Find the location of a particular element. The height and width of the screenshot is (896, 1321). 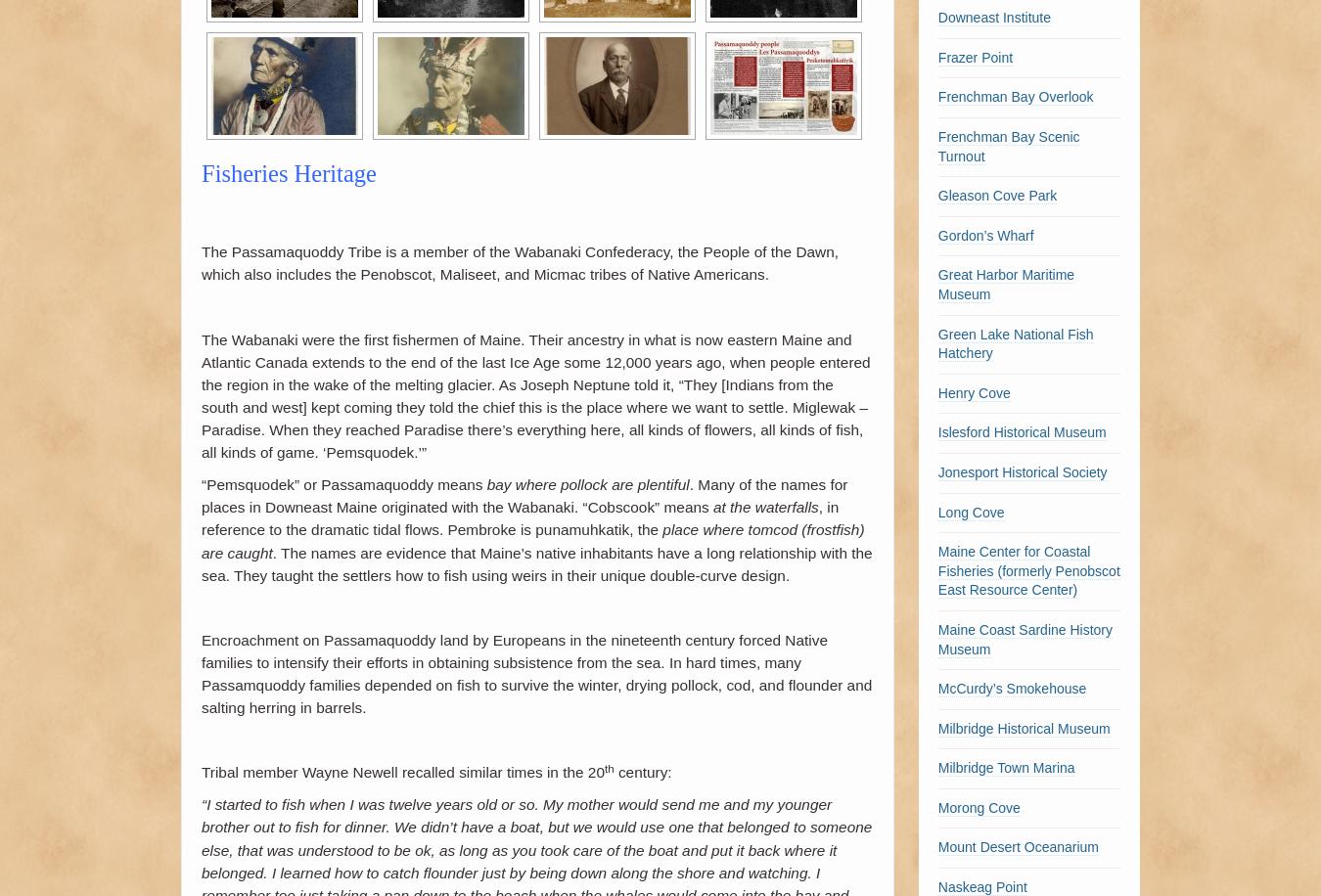

'Maine Coast Sardine History Museum' is located at coordinates (1025, 638).